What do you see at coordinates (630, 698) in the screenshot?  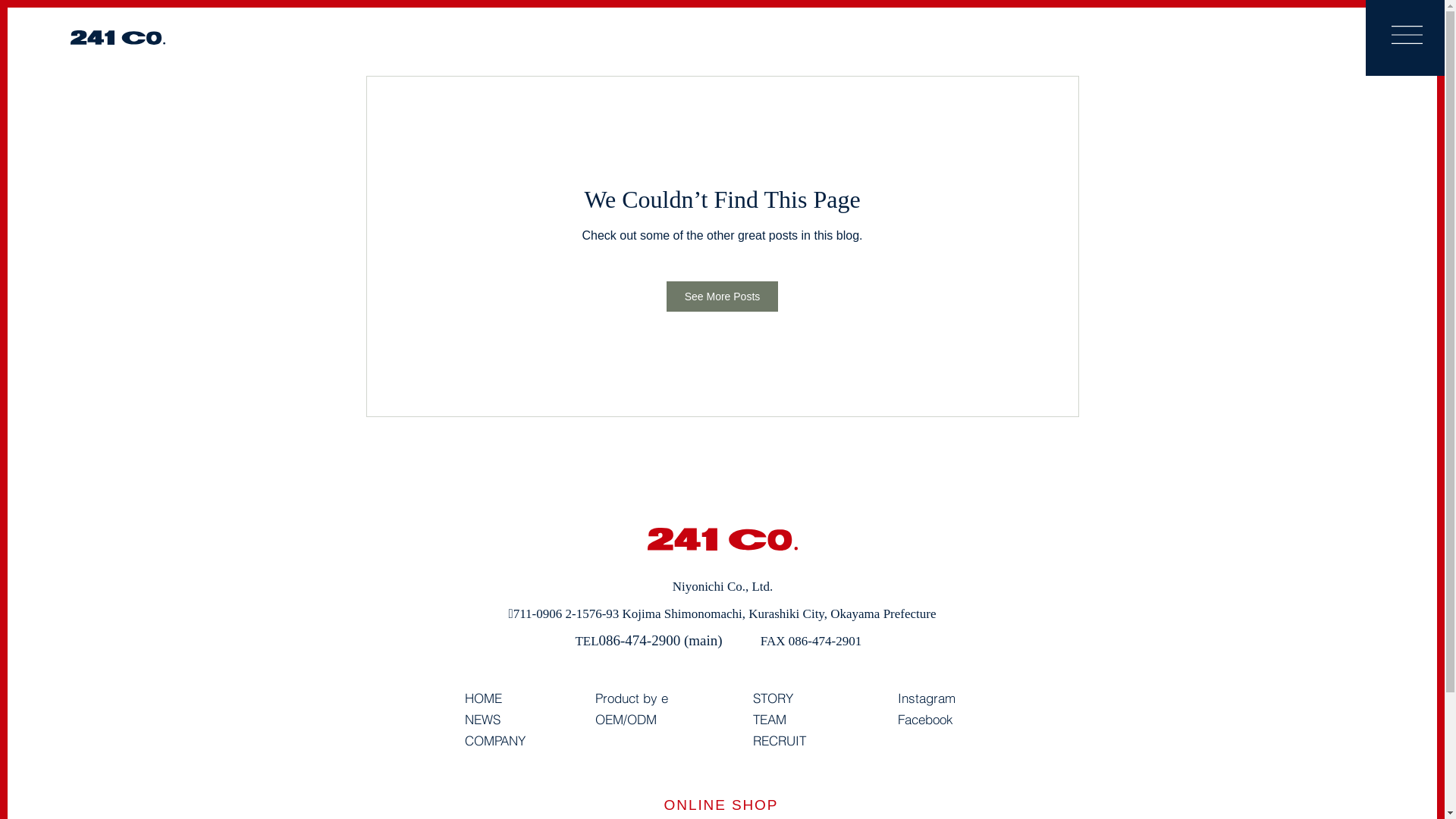 I see `'Product by e'` at bounding box center [630, 698].